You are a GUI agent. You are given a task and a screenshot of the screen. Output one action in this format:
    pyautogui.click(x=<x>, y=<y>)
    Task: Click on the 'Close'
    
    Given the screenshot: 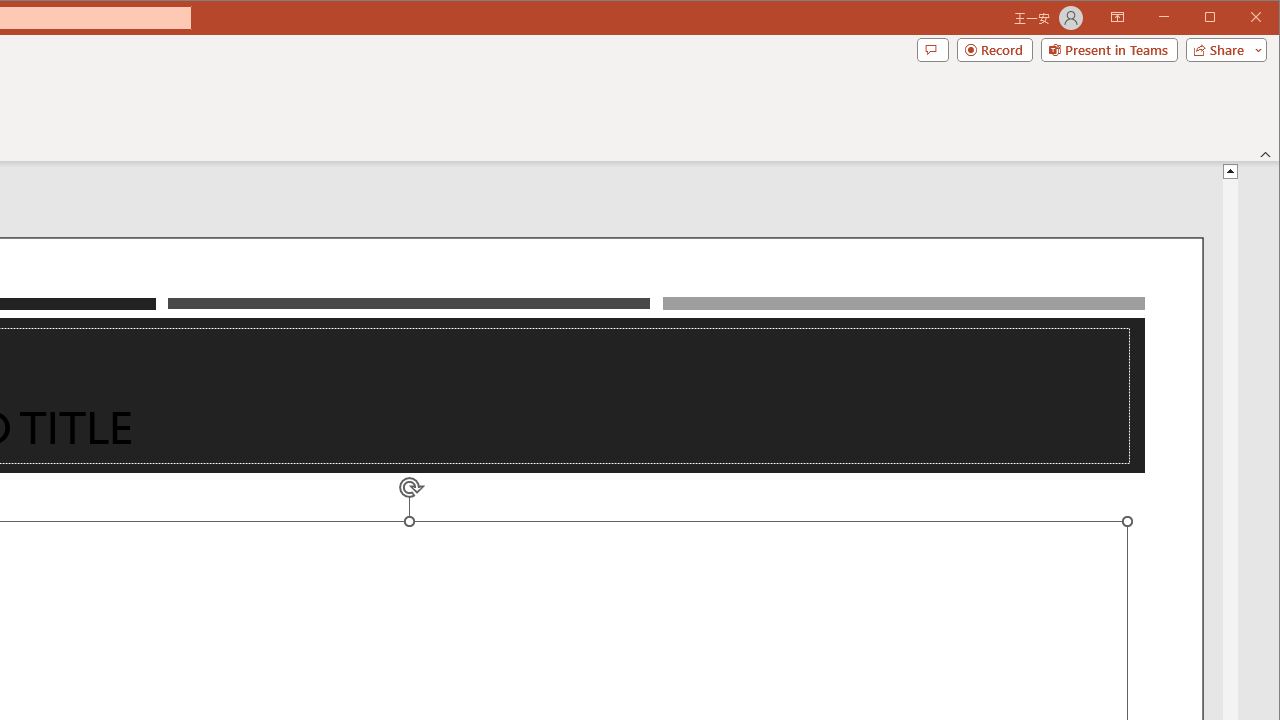 What is the action you would take?
    pyautogui.click(x=1260, y=19)
    